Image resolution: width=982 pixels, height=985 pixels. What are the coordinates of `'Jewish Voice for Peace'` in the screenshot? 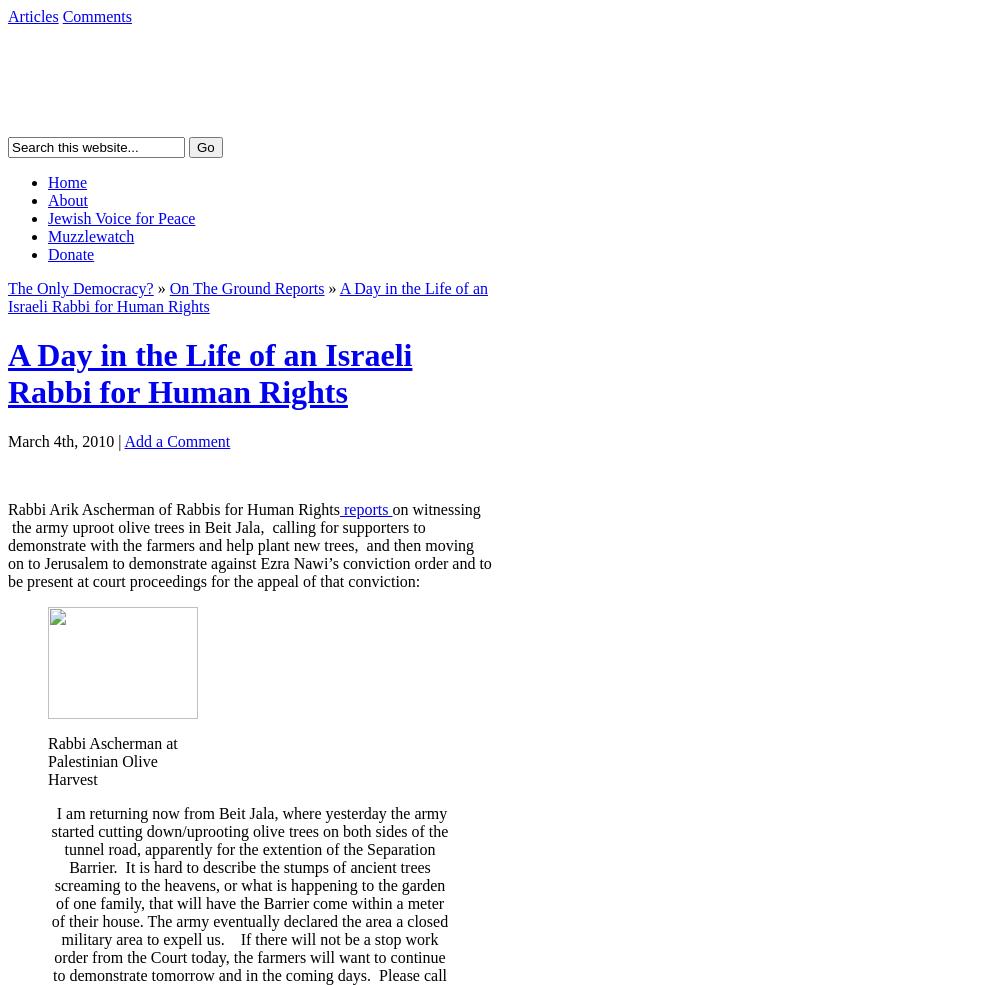 It's located at (47, 217).